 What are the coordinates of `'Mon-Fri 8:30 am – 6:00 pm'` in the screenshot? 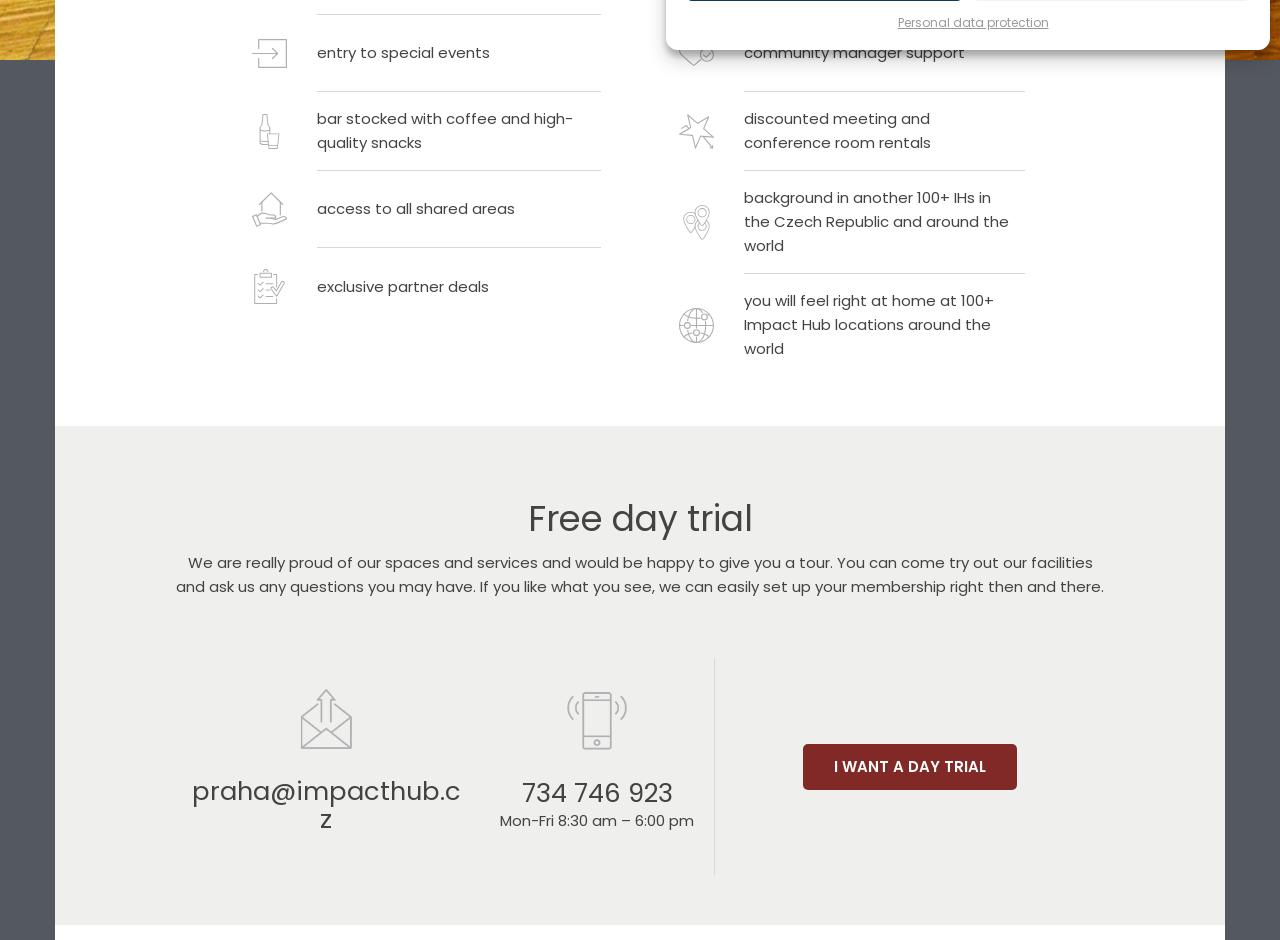 It's located at (595, 820).